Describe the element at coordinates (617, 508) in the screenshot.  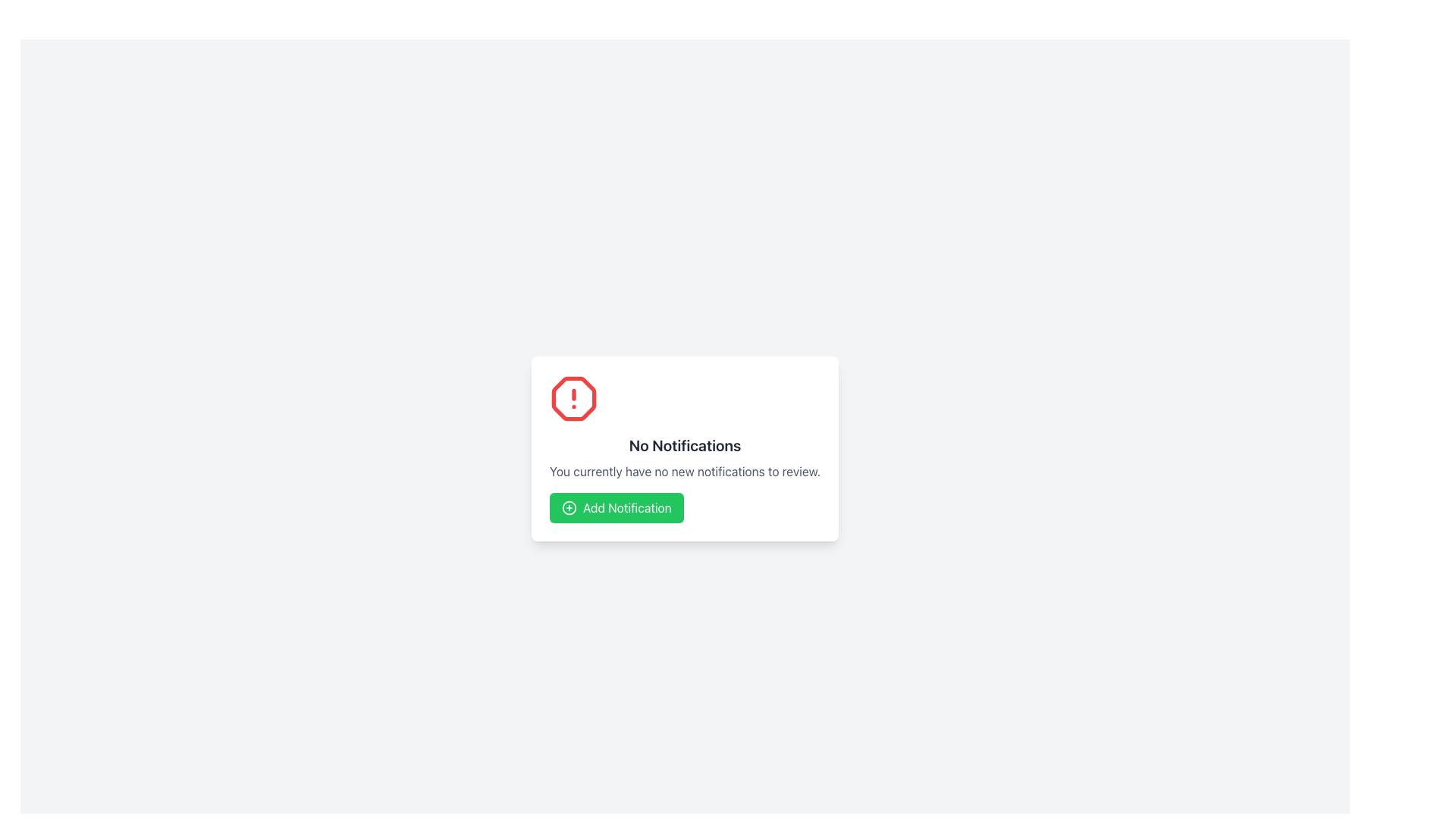
I see `the 'Add Notification' button located at the bottom of the white card component to change its color` at that location.